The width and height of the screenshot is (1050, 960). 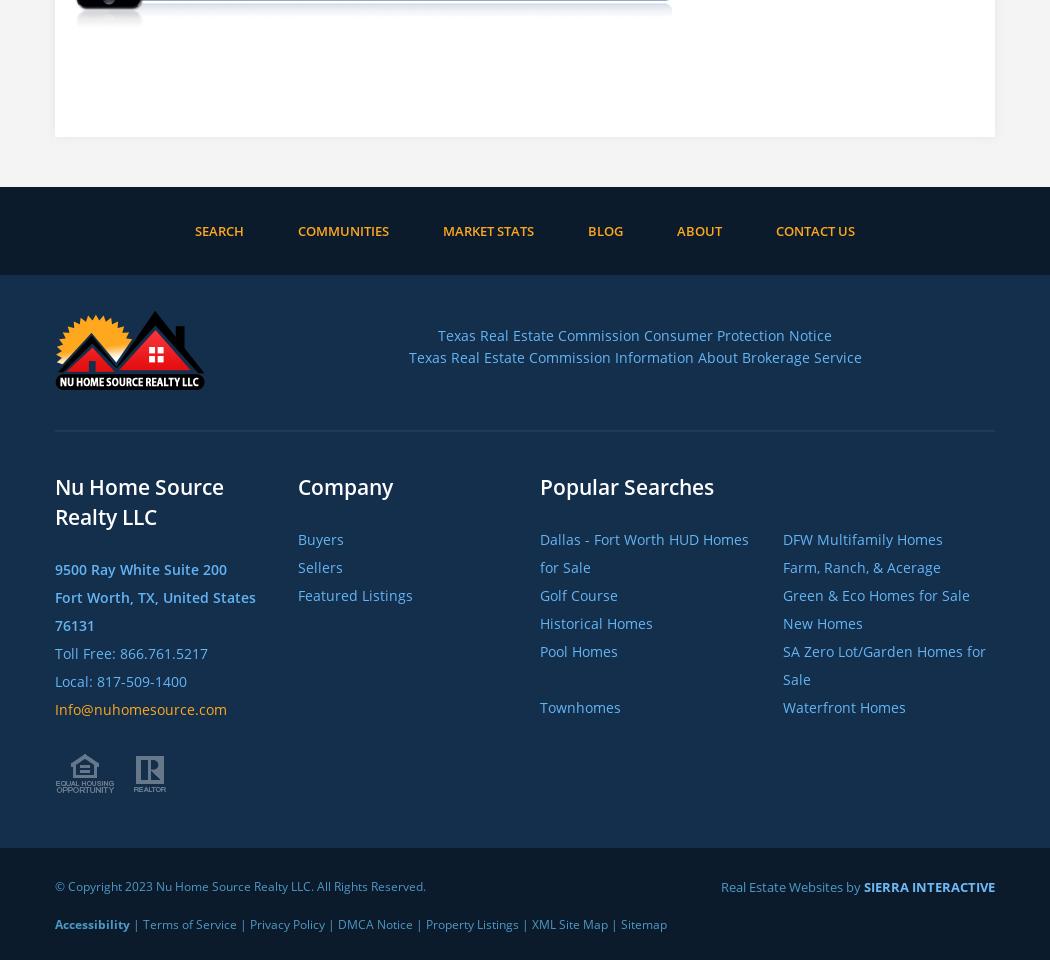 What do you see at coordinates (677, 230) in the screenshot?
I see `'About'` at bounding box center [677, 230].